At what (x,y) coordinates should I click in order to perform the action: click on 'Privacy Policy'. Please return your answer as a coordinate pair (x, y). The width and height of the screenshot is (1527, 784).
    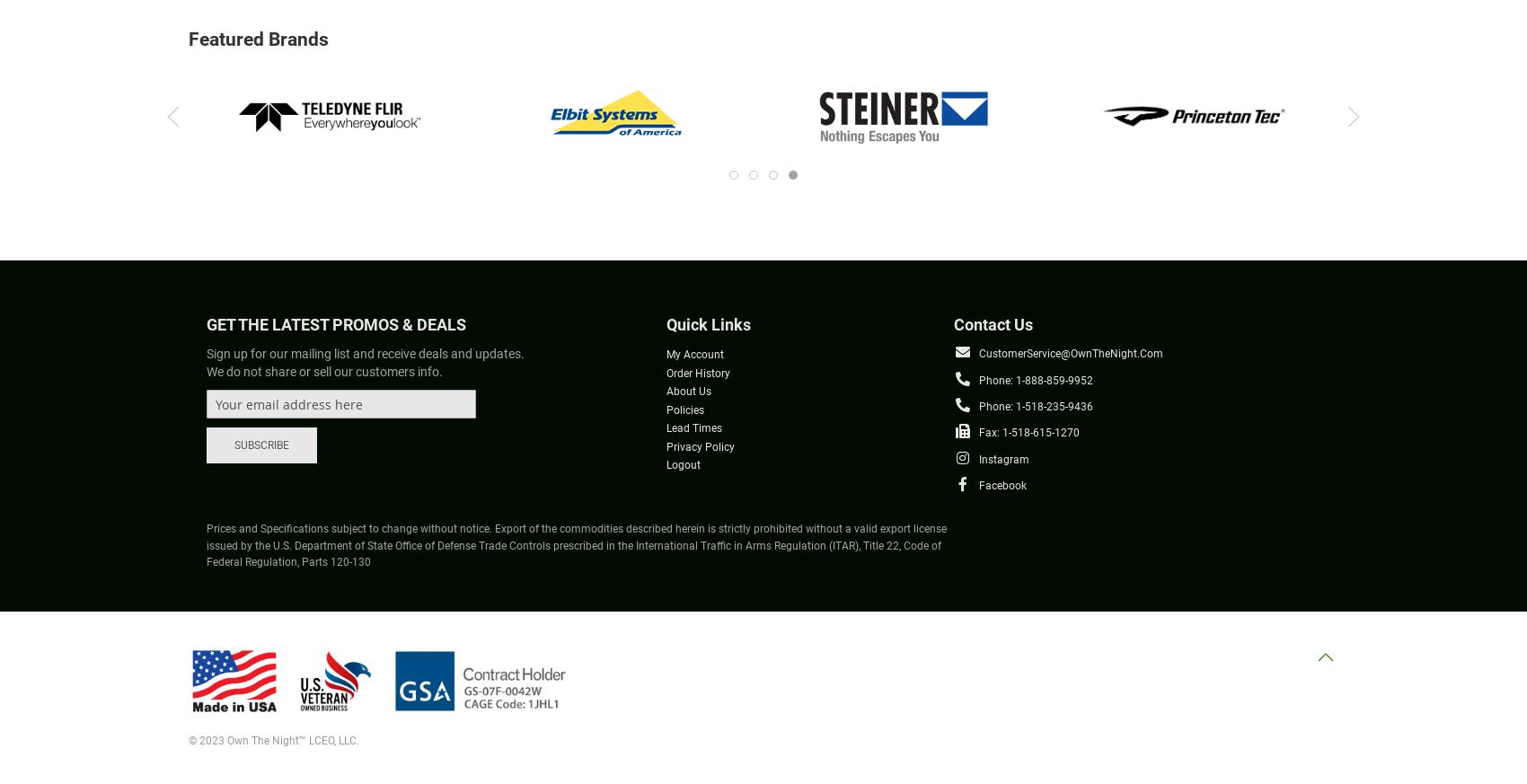
    Looking at the image, I should click on (666, 445).